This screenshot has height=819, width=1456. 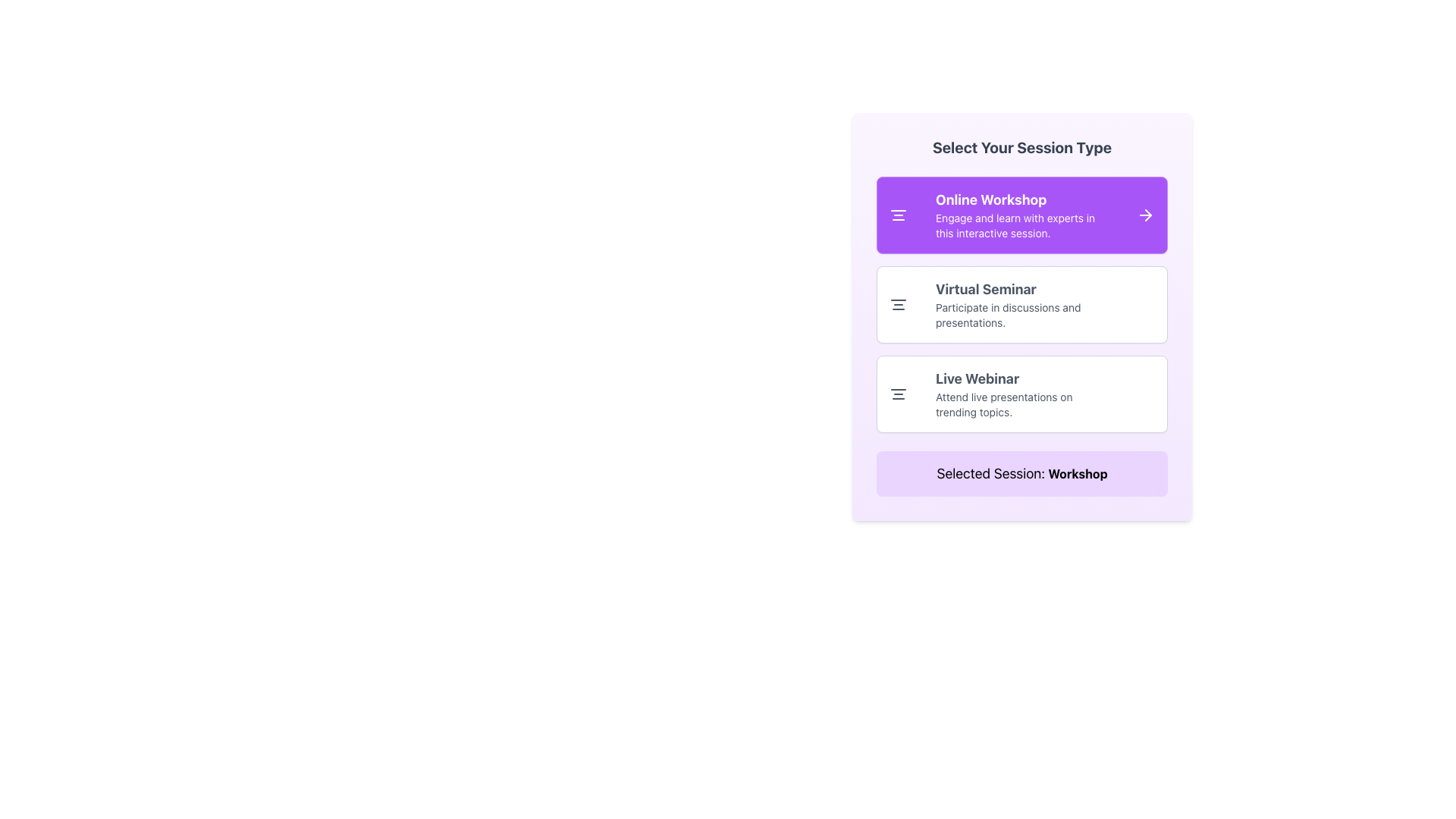 I want to click on the 'Virtual Seminar' selectable list entry located within the modal window below the header 'Select Your Session Type', so click(x=1022, y=315).